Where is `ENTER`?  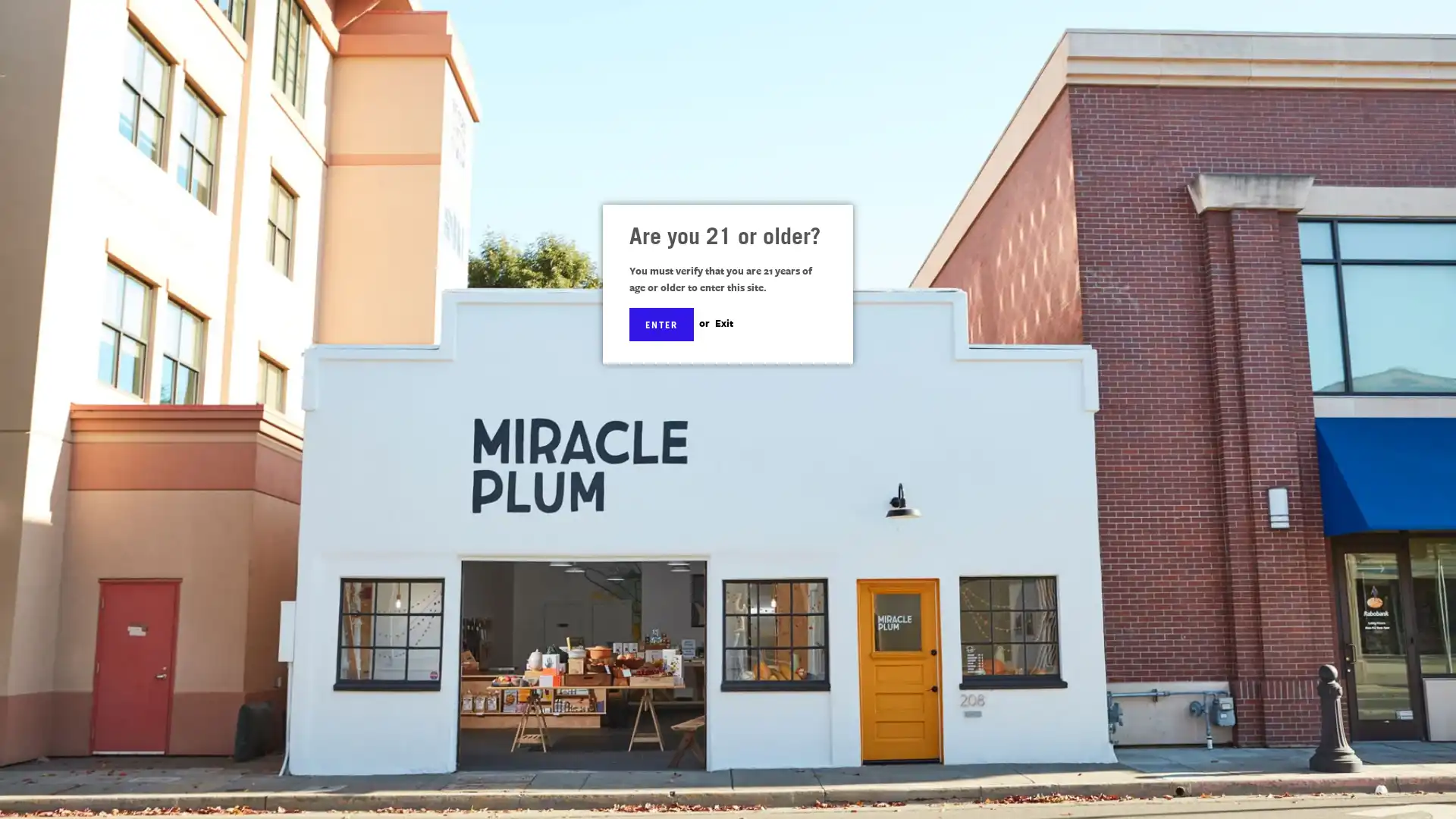
ENTER is located at coordinates (661, 323).